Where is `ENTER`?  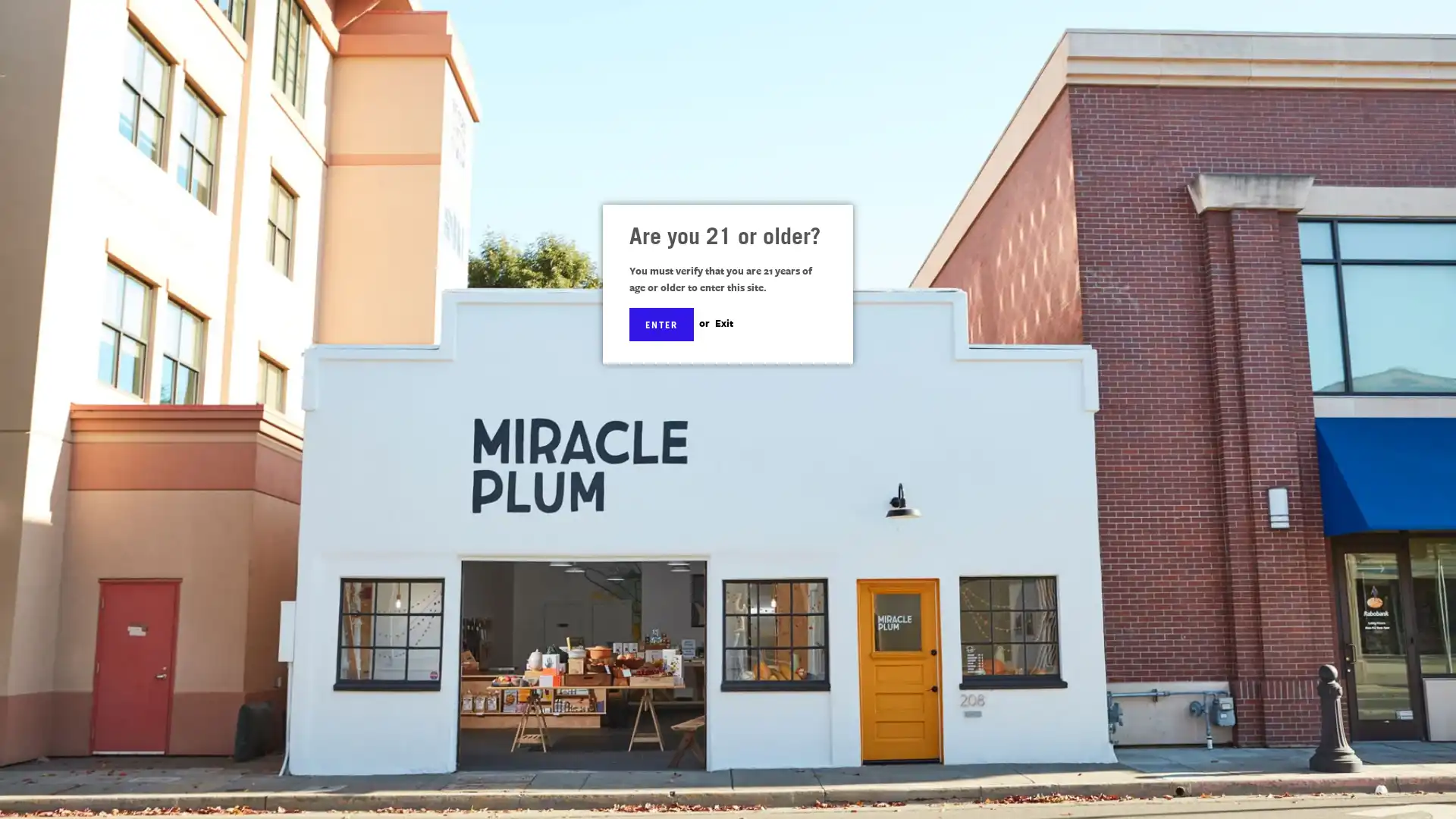
ENTER is located at coordinates (661, 323).